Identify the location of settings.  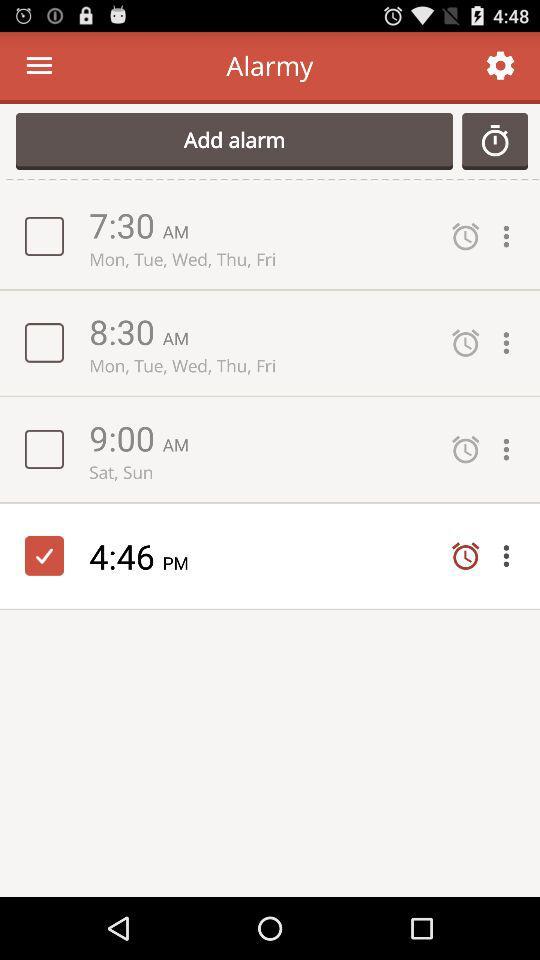
(511, 449).